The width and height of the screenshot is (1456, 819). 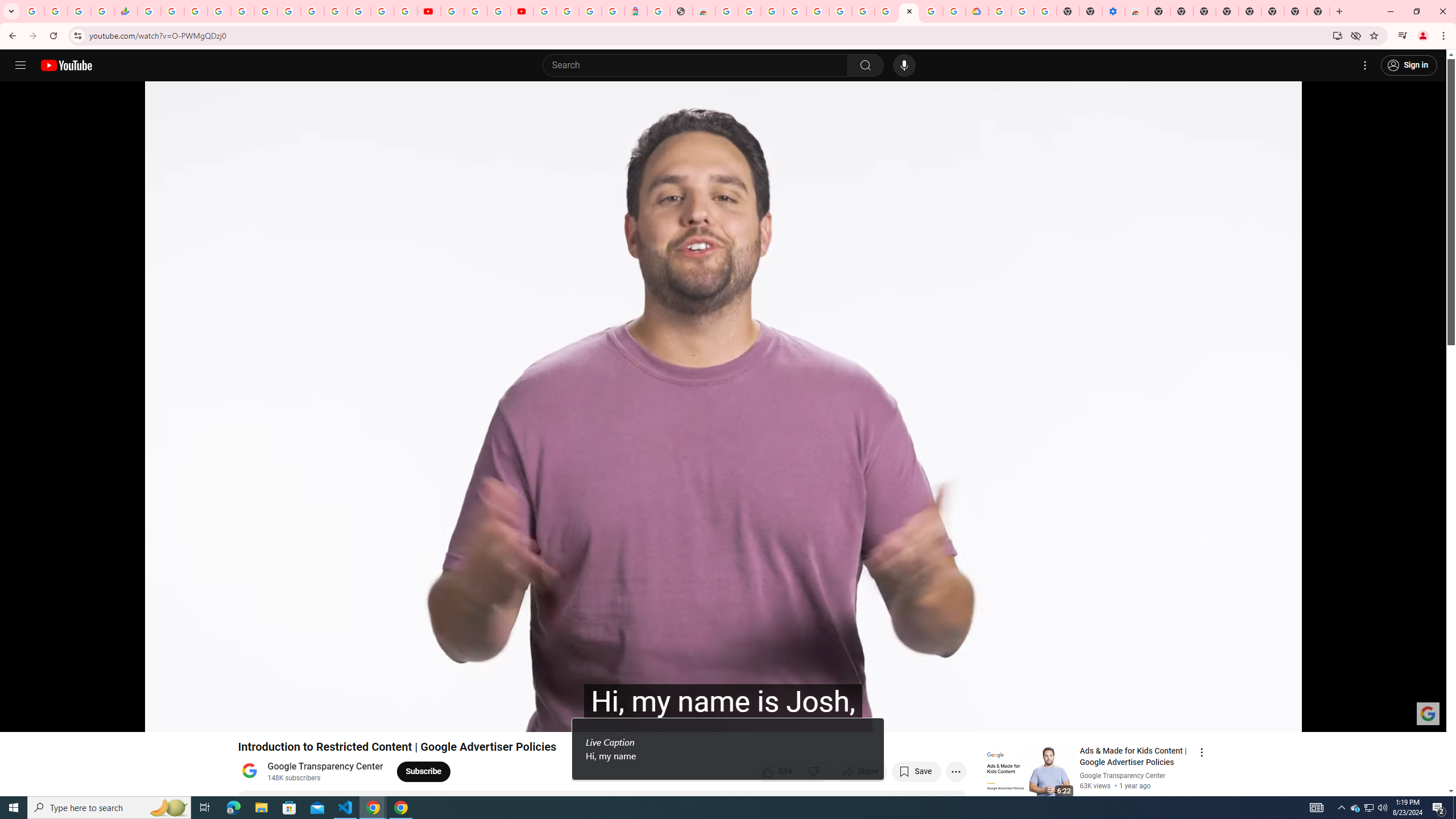 What do you see at coordinates (1403, 35) in the screenshot?
I see `'Control your music, videos, and more'` at bounding box center [1403, 35].